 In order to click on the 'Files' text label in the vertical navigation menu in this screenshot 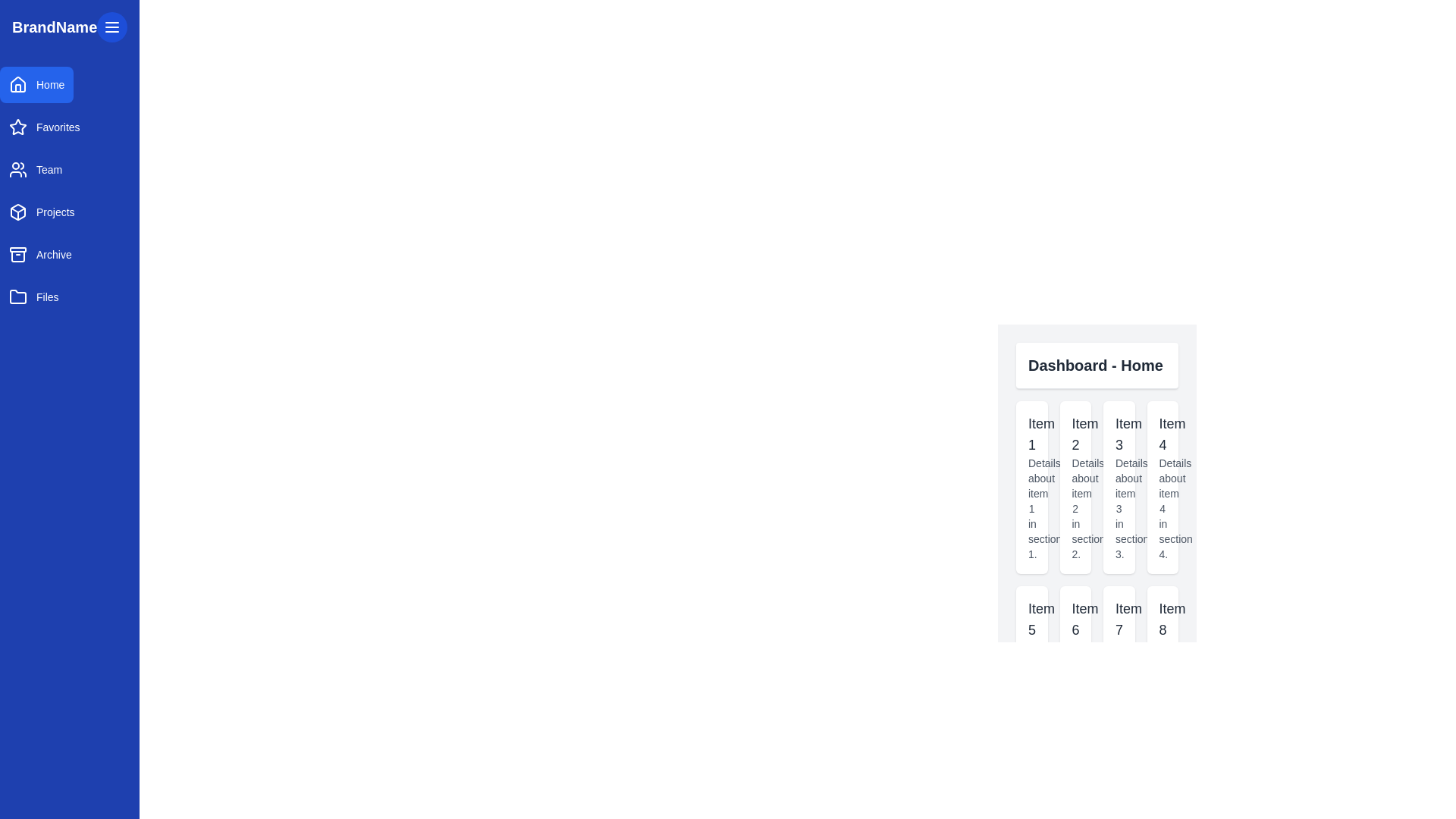, I will do `click(47, 297)`.